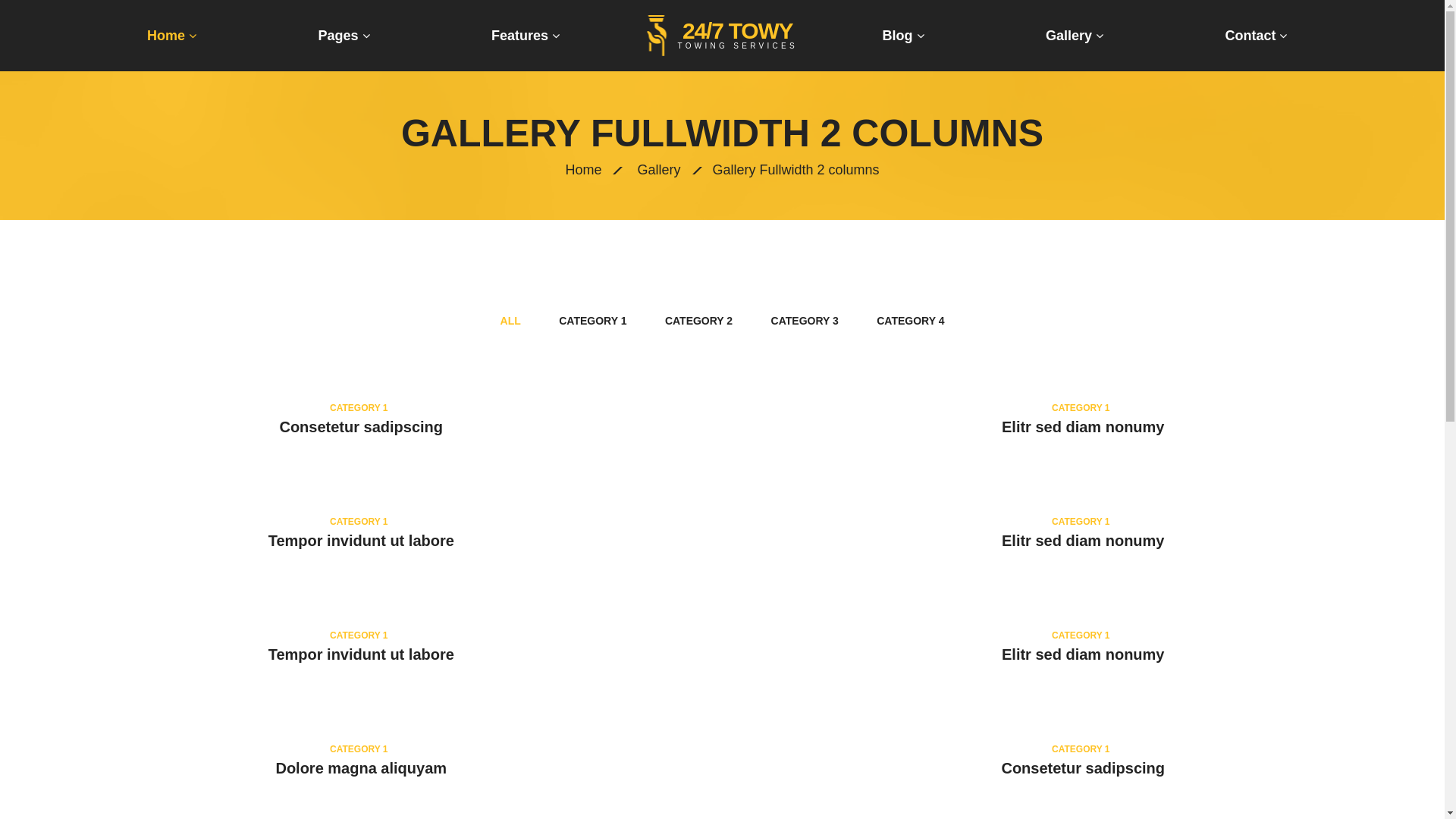  I want to click on 'CATEGORY 4', so click(910, 320).